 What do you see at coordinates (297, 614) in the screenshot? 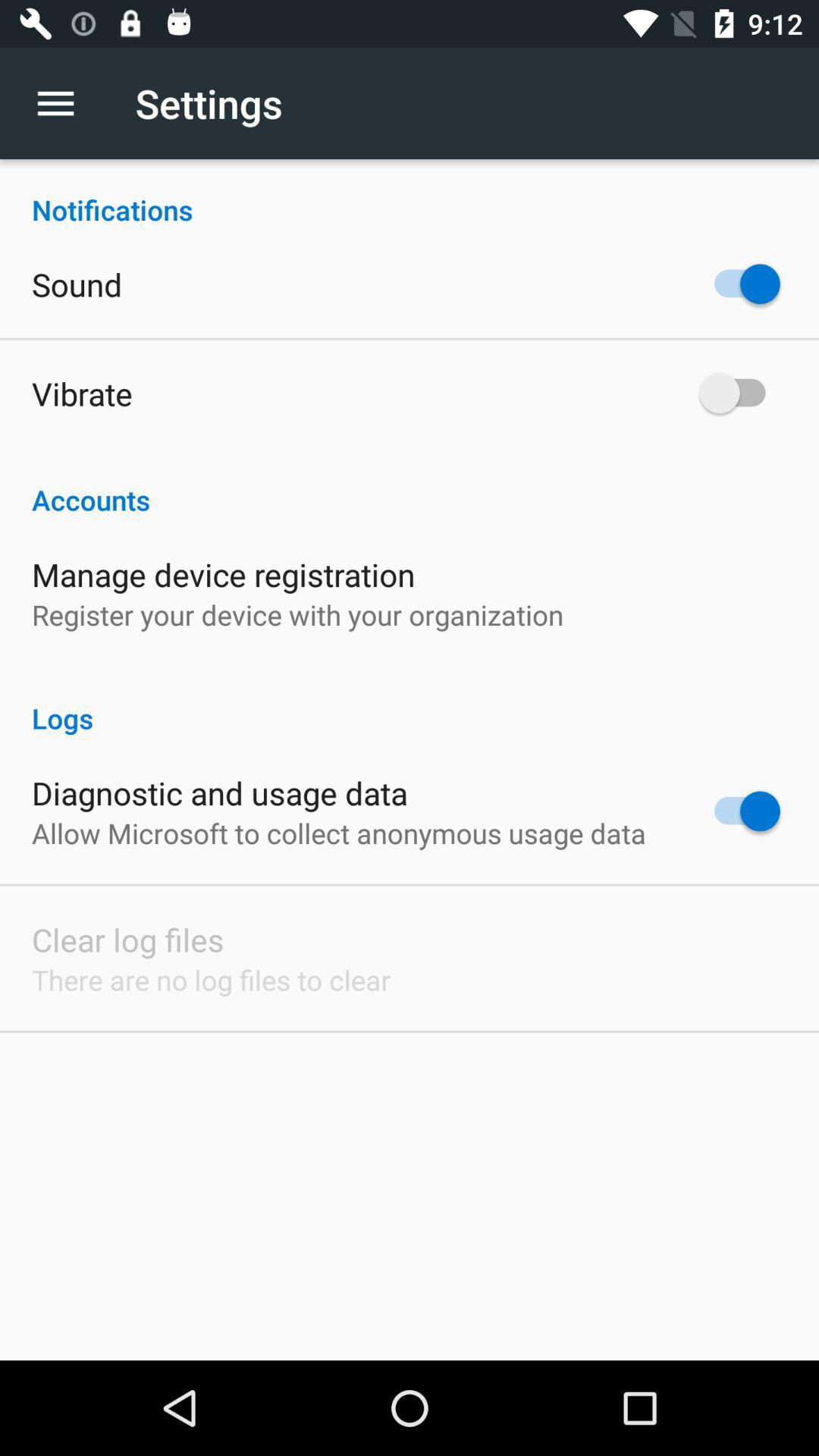
I see `the register your device` at bounding box center [297, 614].